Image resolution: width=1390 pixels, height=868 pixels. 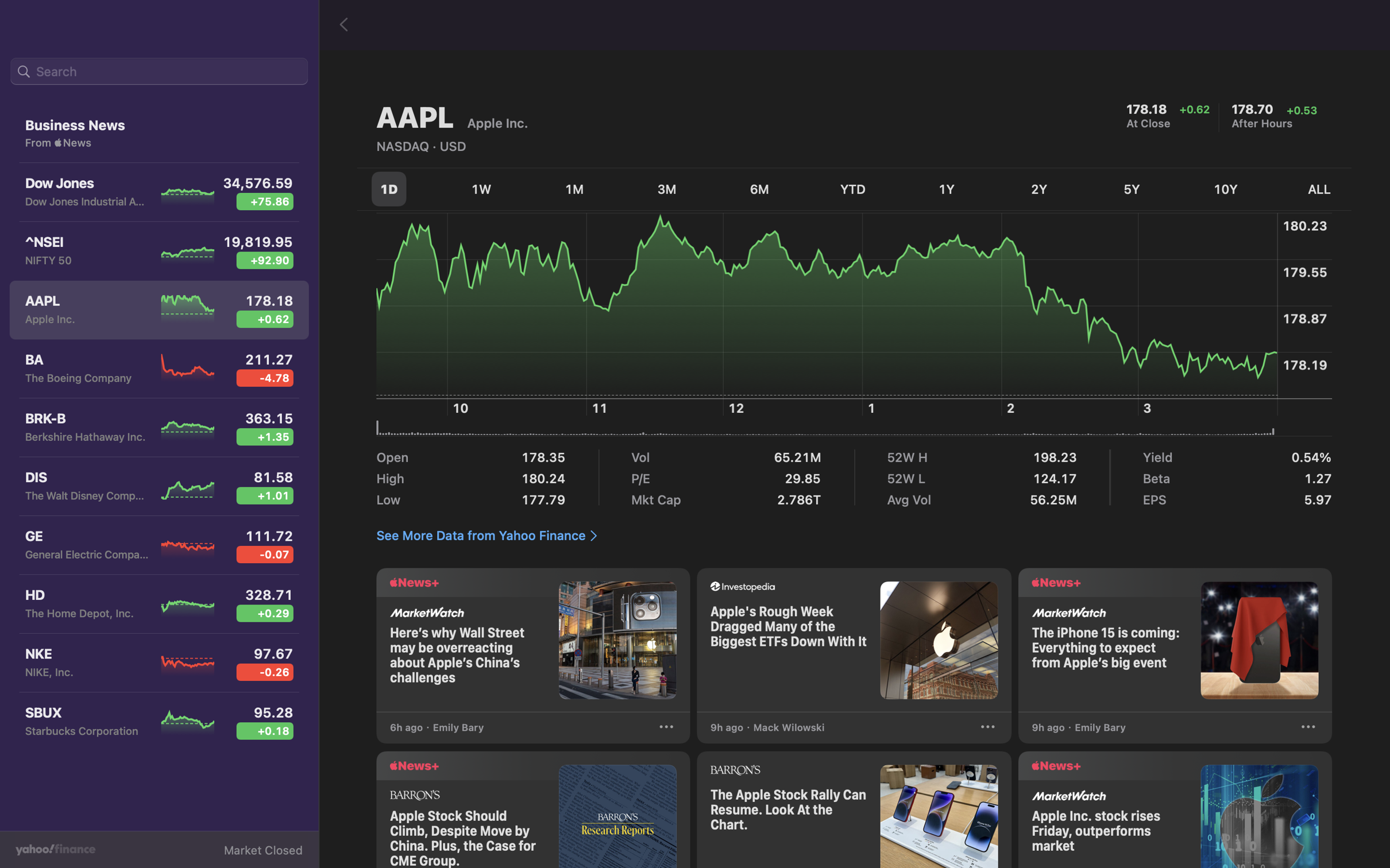 What do you see at coordinates (1307, 728) in the screenshot?
I see `the "3 dots" option for additional actions` at bounding box center [1307, 728].